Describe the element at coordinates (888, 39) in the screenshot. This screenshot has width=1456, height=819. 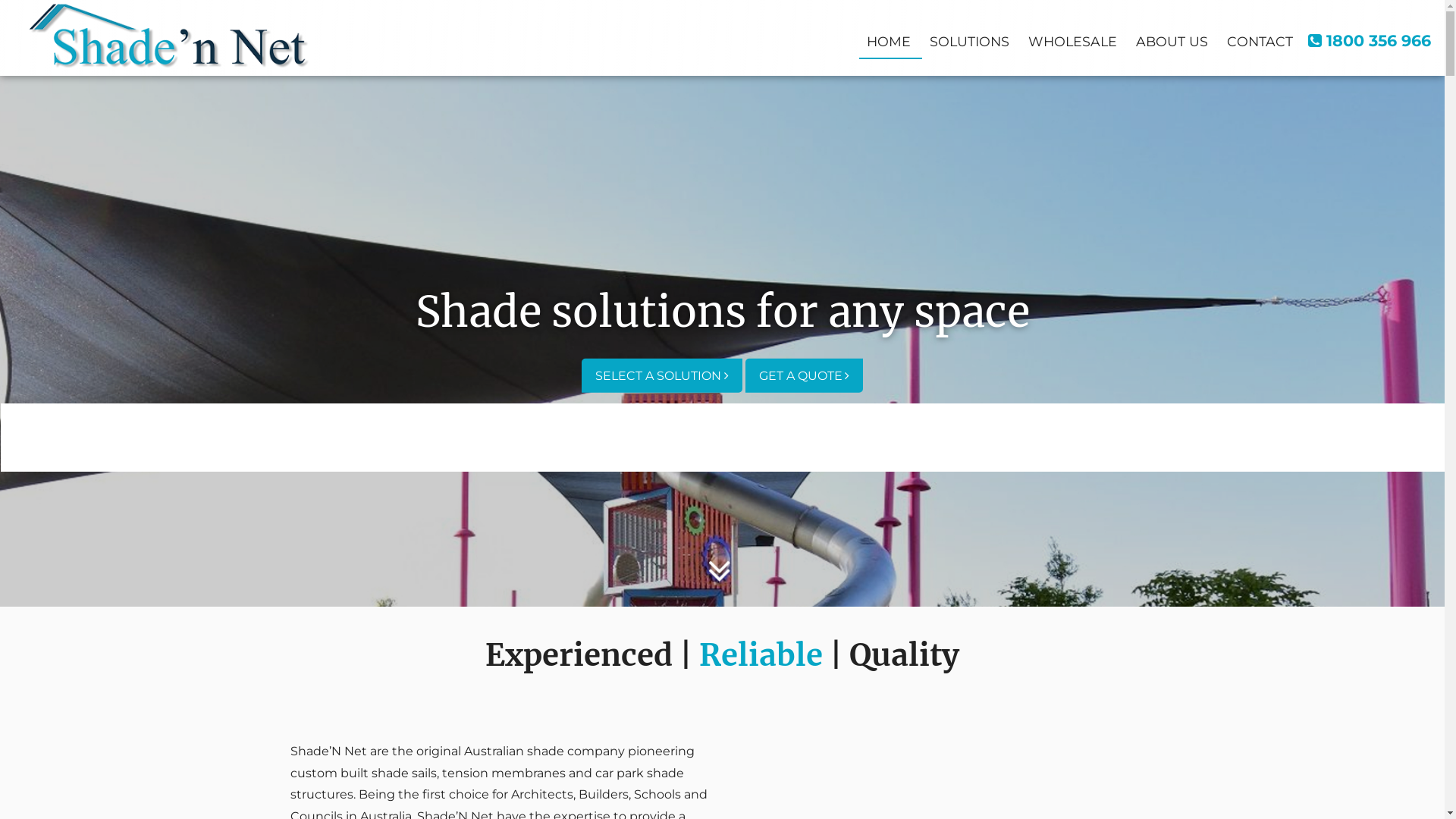
I see `'HOME'` at that location.